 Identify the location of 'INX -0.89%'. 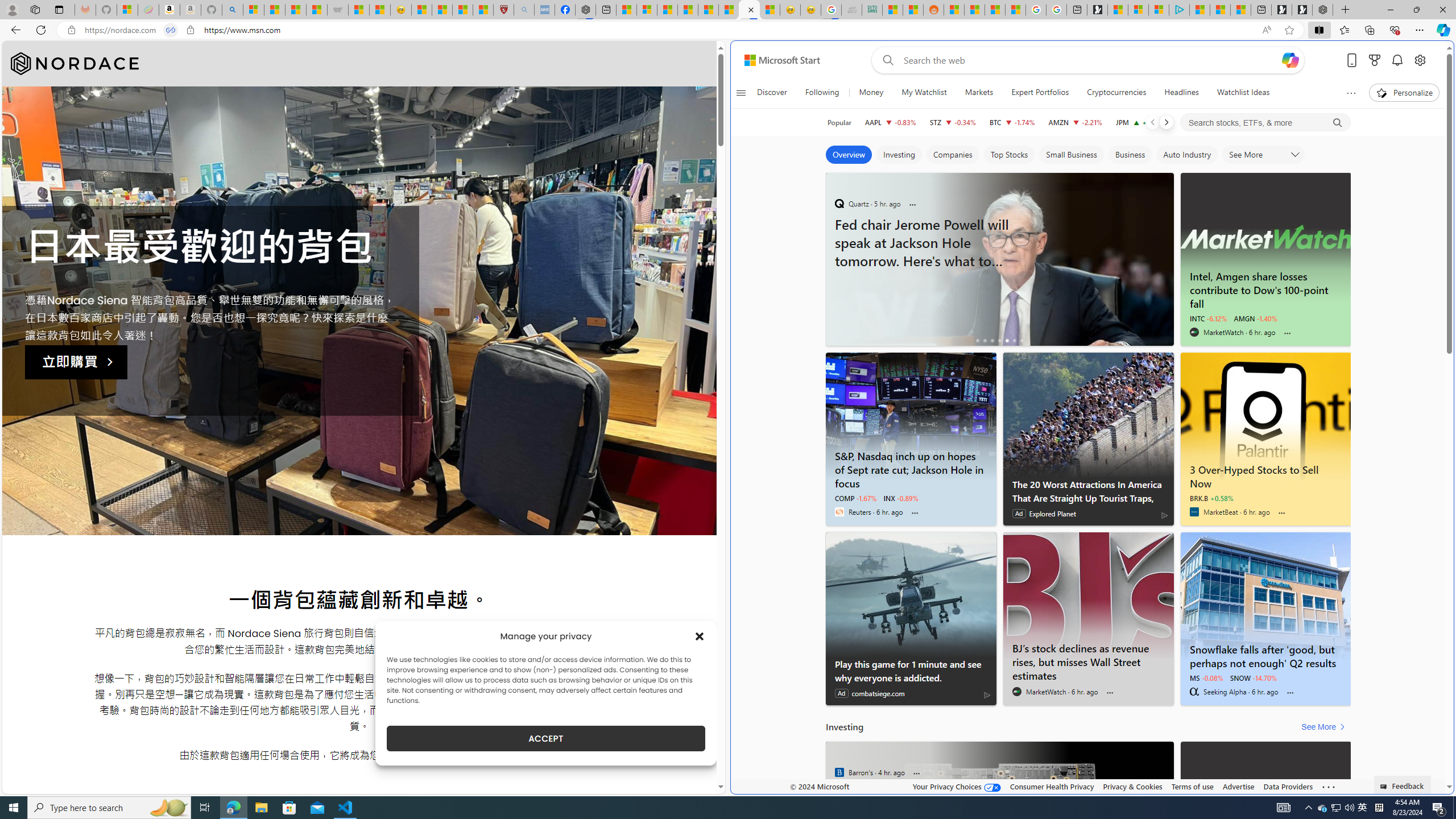
(900, 498).